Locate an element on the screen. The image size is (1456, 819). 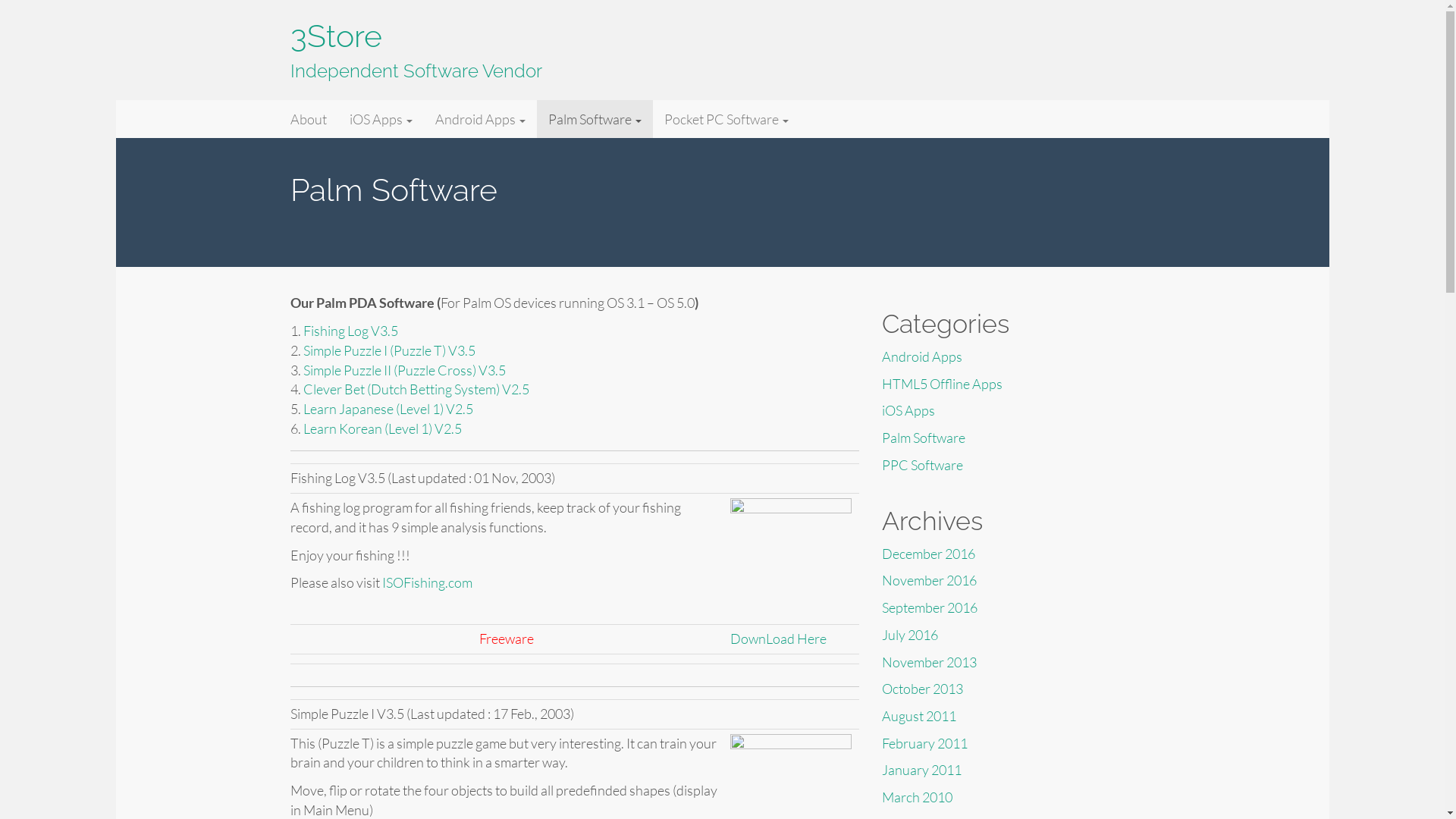
'Skip to content' is located at coordinates (115, 99).